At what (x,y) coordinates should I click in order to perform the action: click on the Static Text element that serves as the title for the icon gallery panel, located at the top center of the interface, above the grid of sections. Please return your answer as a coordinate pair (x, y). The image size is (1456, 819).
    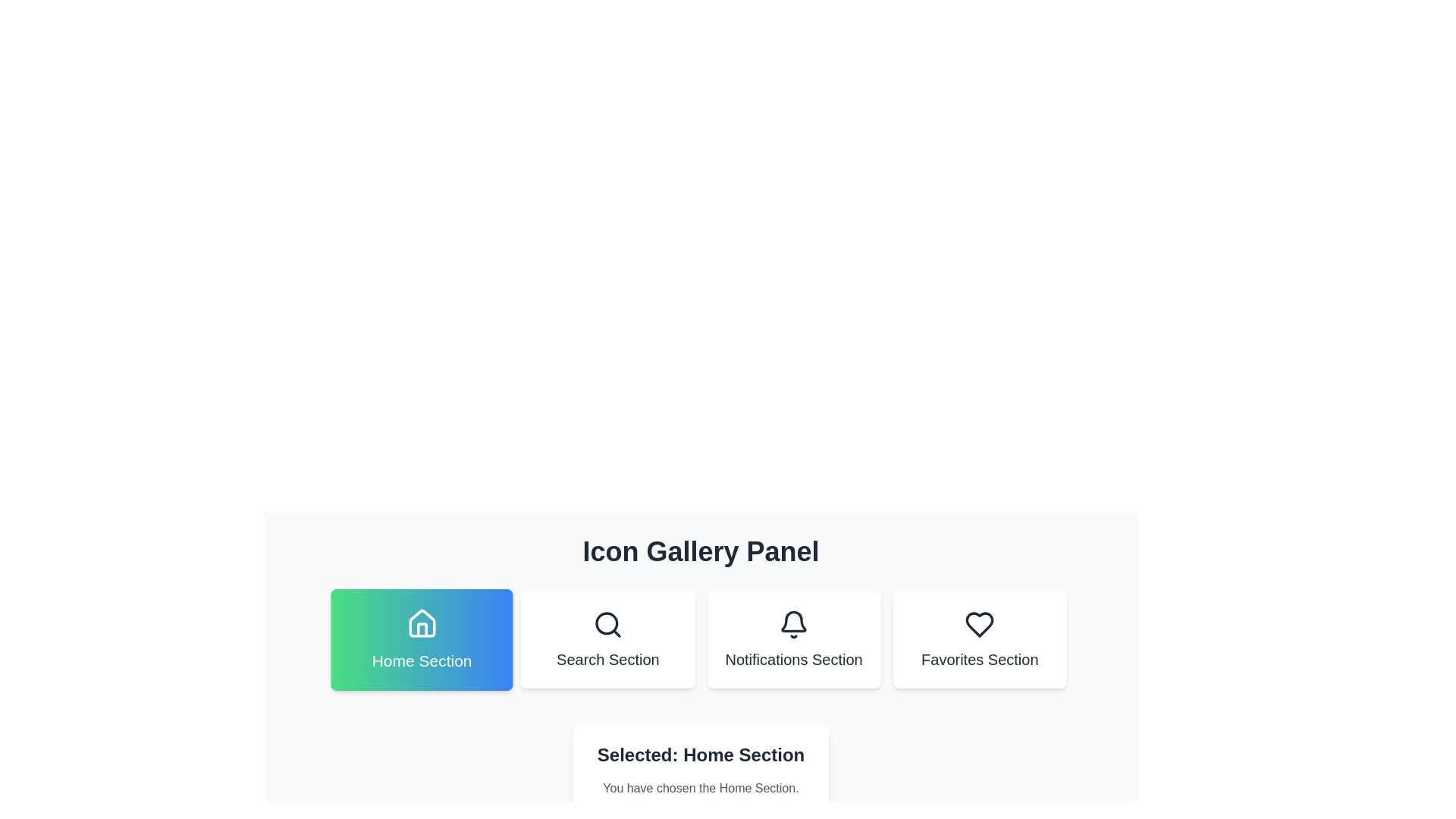
    Looking at the image, I should click on (700, 552).